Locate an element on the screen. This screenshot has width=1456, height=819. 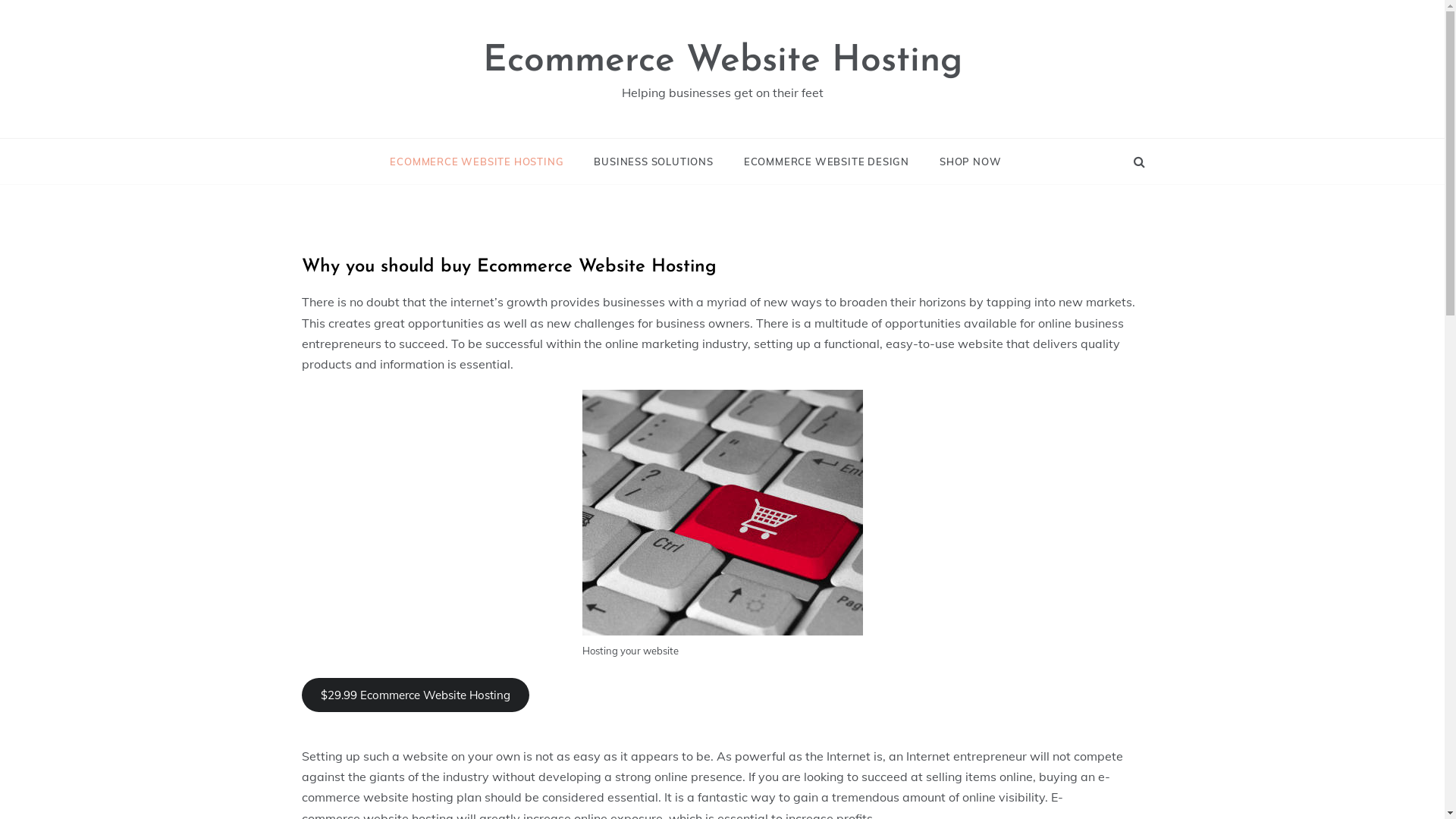
'$29.99 Ecommerce Website Hosting' is located at coordinates (415, 695).